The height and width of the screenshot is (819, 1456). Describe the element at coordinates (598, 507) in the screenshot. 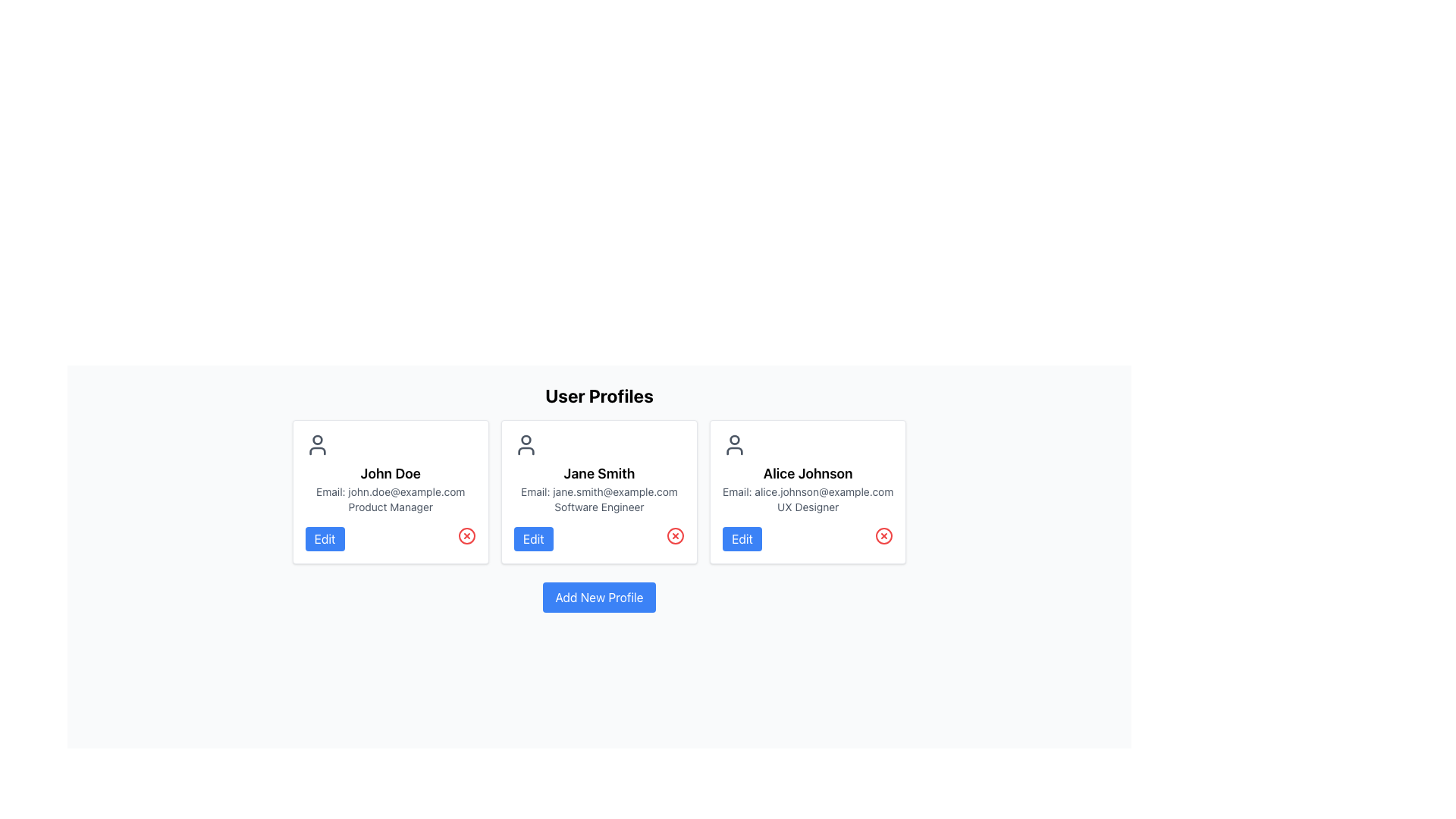

I see `the text element displaying 'Software Engineer' located in the second profile card under Jane Smith's name and email address` at that location.